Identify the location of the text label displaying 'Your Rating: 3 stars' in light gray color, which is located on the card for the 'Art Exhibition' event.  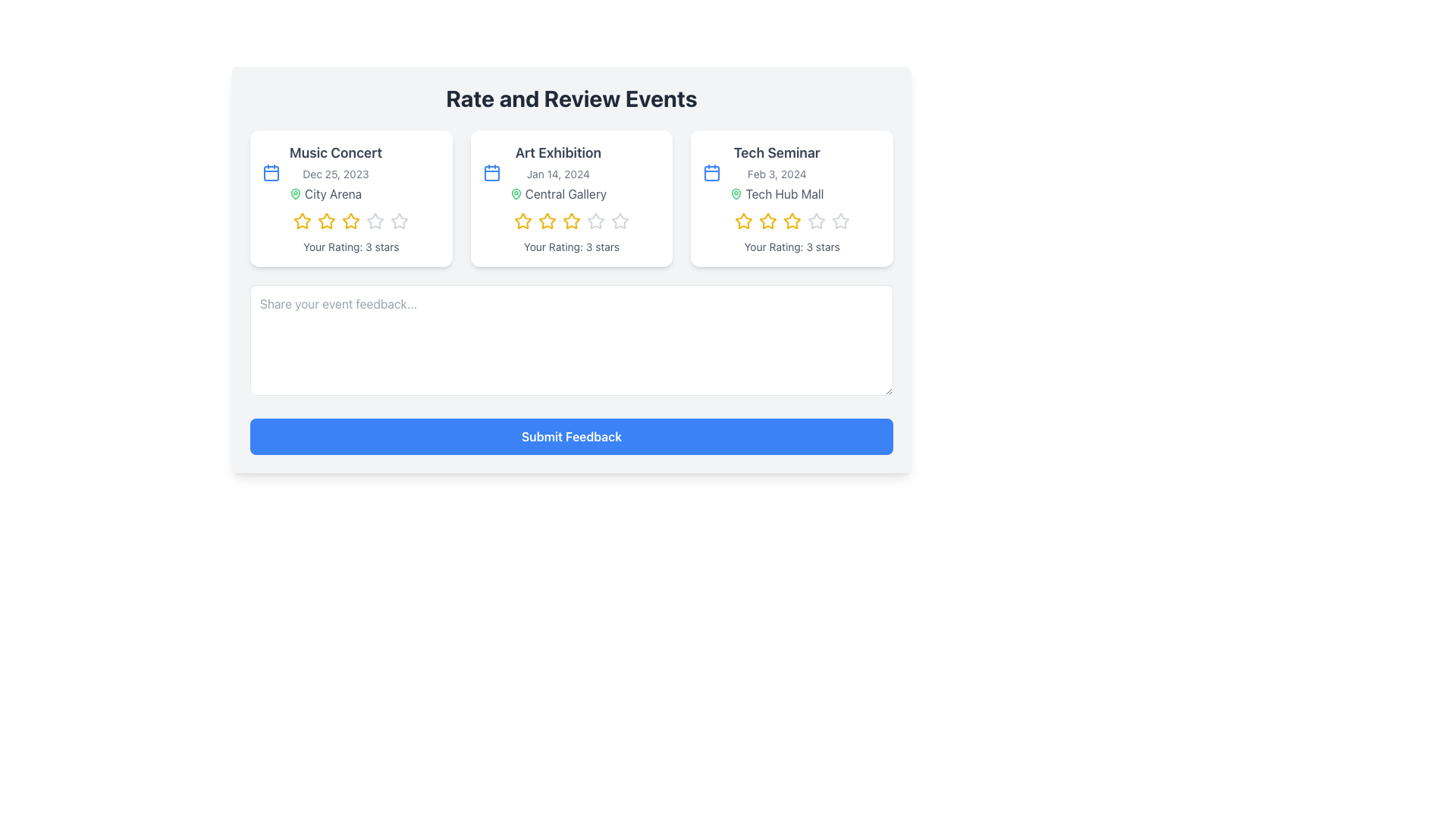
(570, 246).